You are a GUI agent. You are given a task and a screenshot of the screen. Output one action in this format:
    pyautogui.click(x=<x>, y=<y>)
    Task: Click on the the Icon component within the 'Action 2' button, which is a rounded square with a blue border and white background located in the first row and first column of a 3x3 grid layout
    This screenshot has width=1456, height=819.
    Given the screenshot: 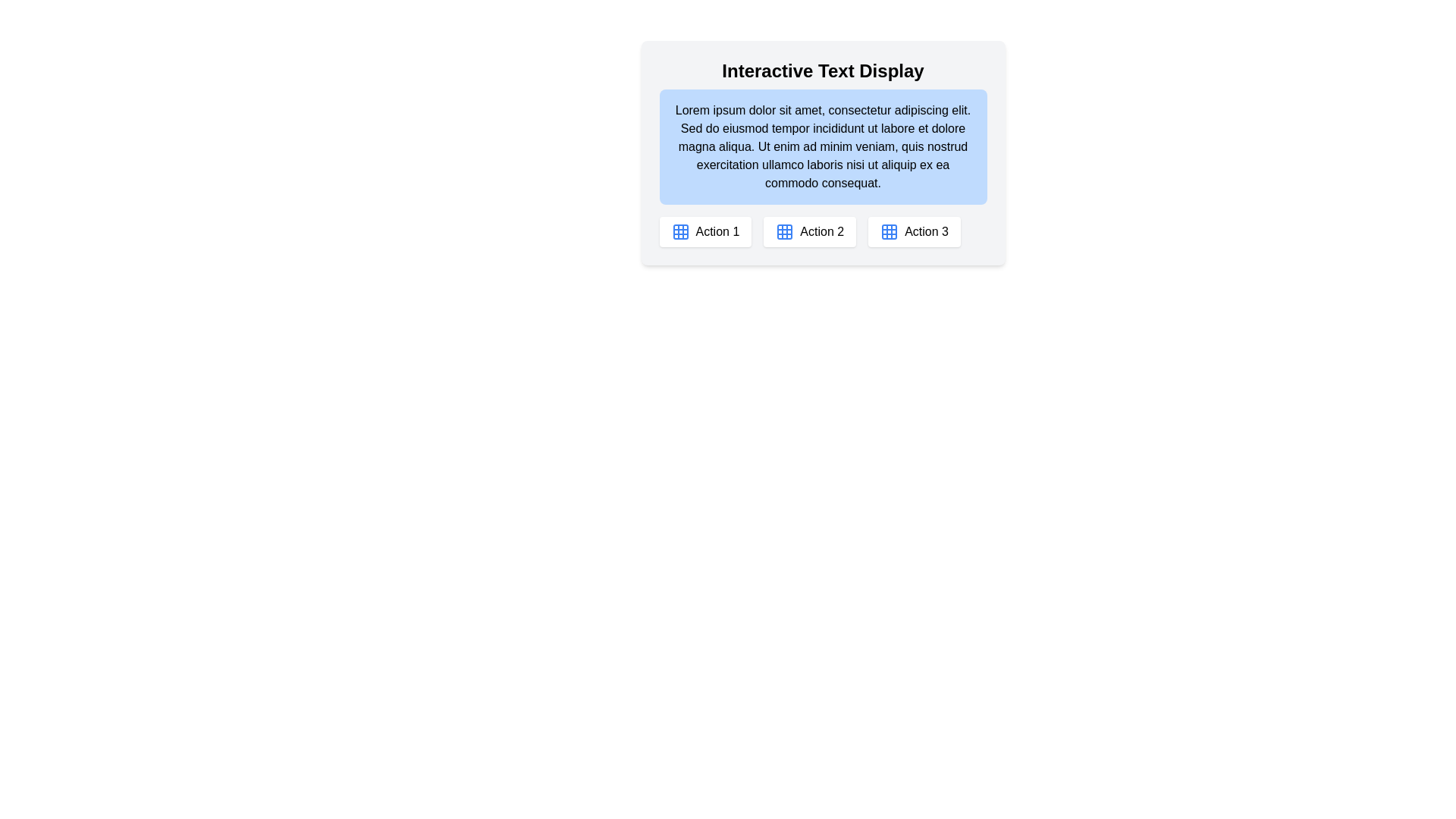 What is the action you would take?
    pyautogui.click(x=785, y=231)
    